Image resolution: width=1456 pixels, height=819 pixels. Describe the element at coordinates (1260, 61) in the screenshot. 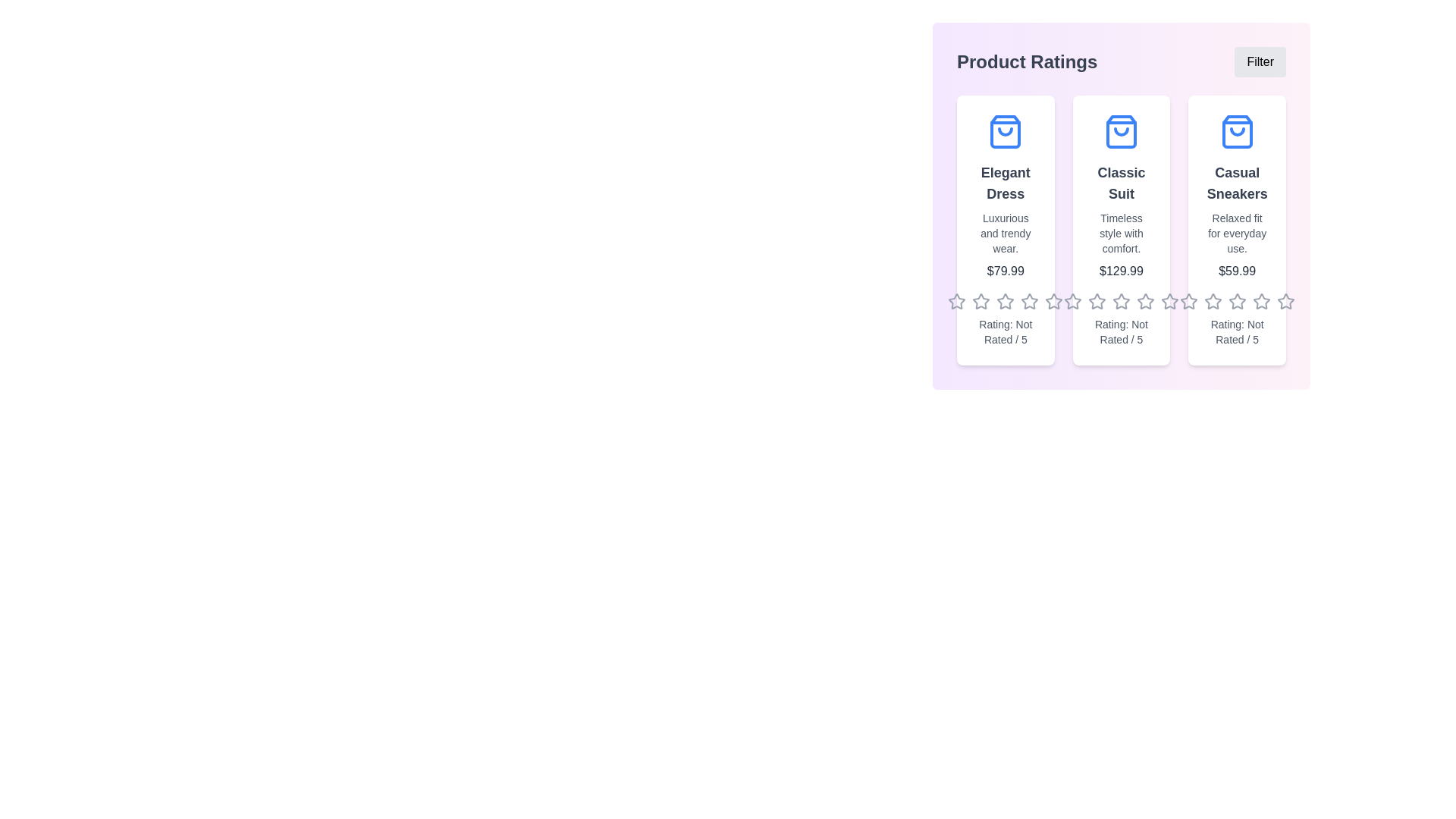

I see `the filter button to adjust the displayed items` at that location.